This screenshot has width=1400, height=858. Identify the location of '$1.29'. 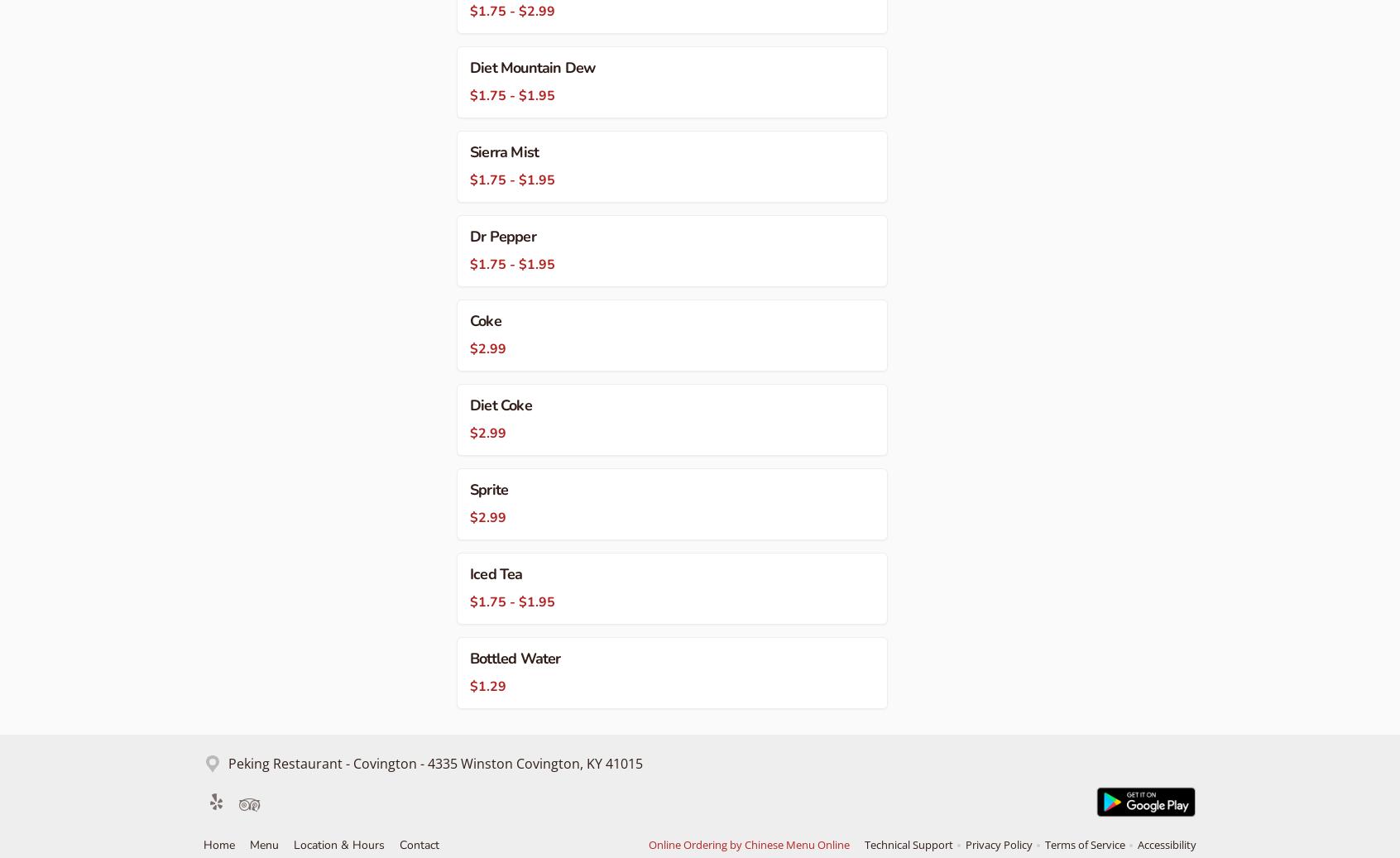
(487, 685).